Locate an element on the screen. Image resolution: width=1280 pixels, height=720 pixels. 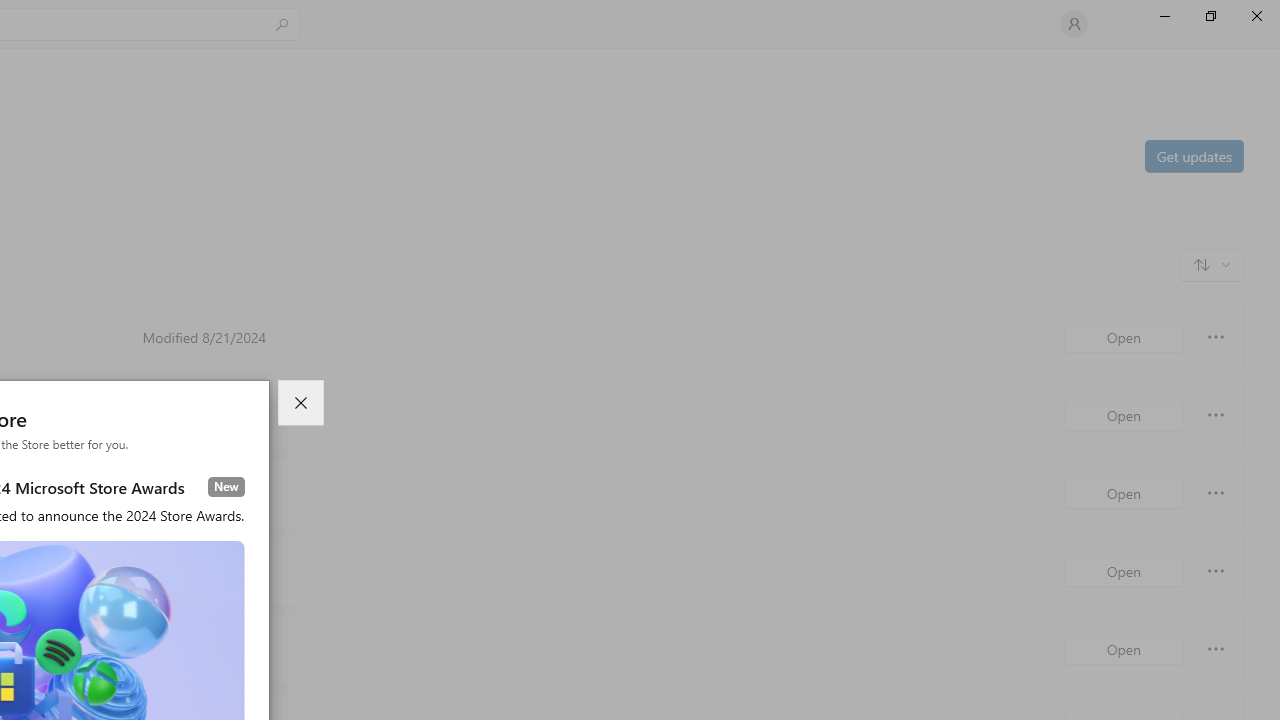
'Close dialog' is located at coordinates (299, 403).